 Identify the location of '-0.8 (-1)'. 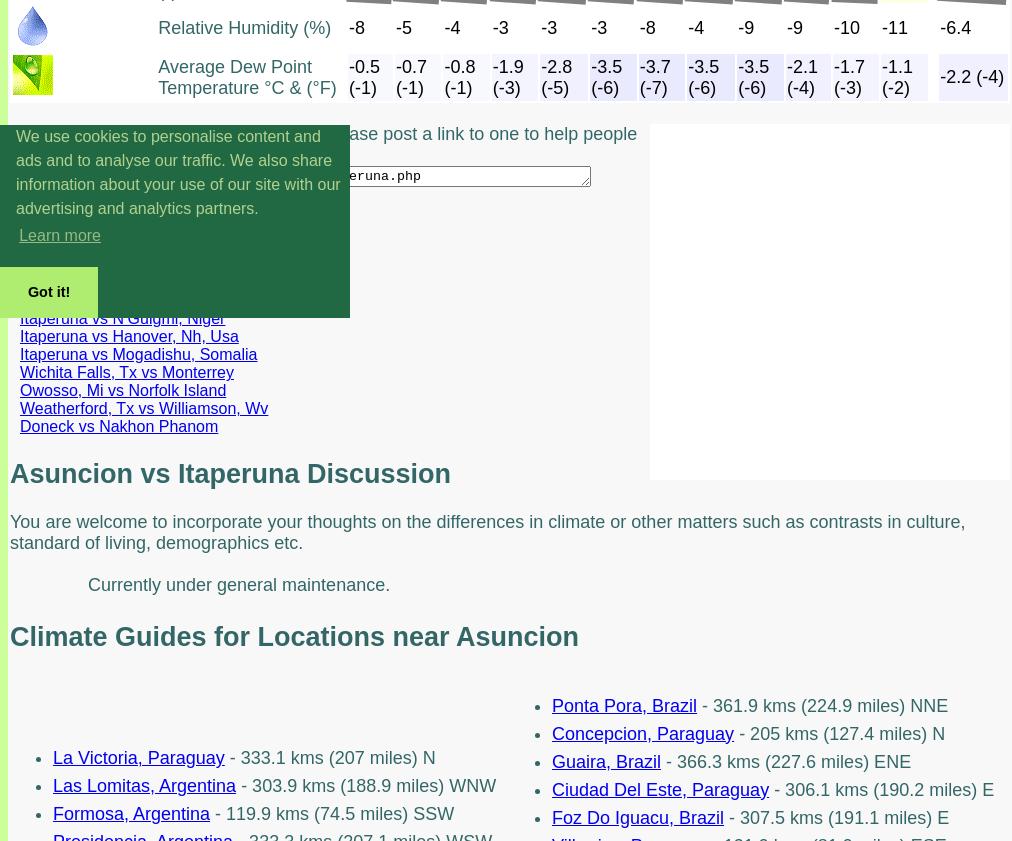
(459, 75).